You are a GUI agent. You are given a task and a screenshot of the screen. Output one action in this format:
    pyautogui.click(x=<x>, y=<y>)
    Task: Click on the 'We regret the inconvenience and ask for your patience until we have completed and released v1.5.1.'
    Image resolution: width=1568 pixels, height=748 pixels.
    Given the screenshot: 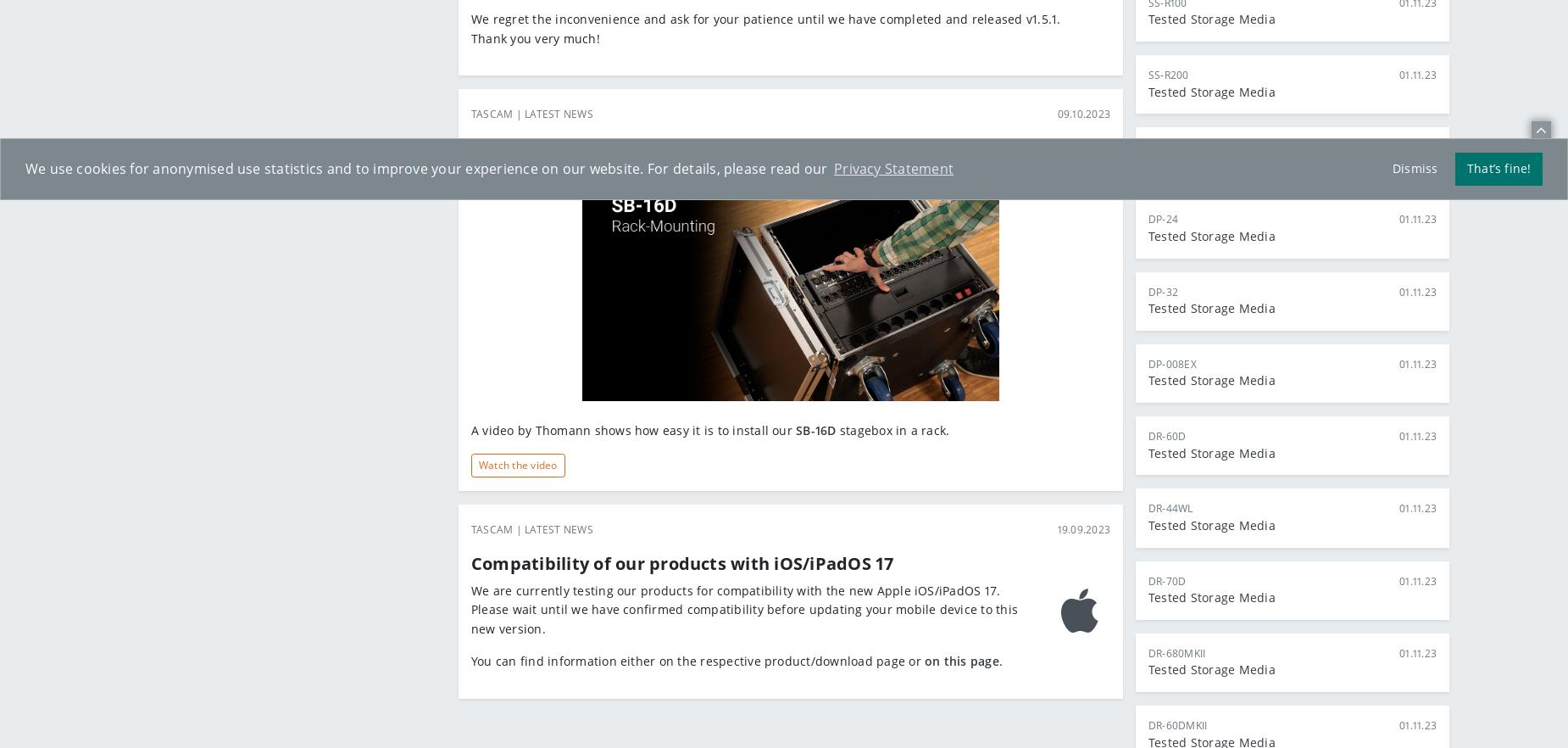 What is the action you would take?
    pyautogui.click(x=765, y=19)
    